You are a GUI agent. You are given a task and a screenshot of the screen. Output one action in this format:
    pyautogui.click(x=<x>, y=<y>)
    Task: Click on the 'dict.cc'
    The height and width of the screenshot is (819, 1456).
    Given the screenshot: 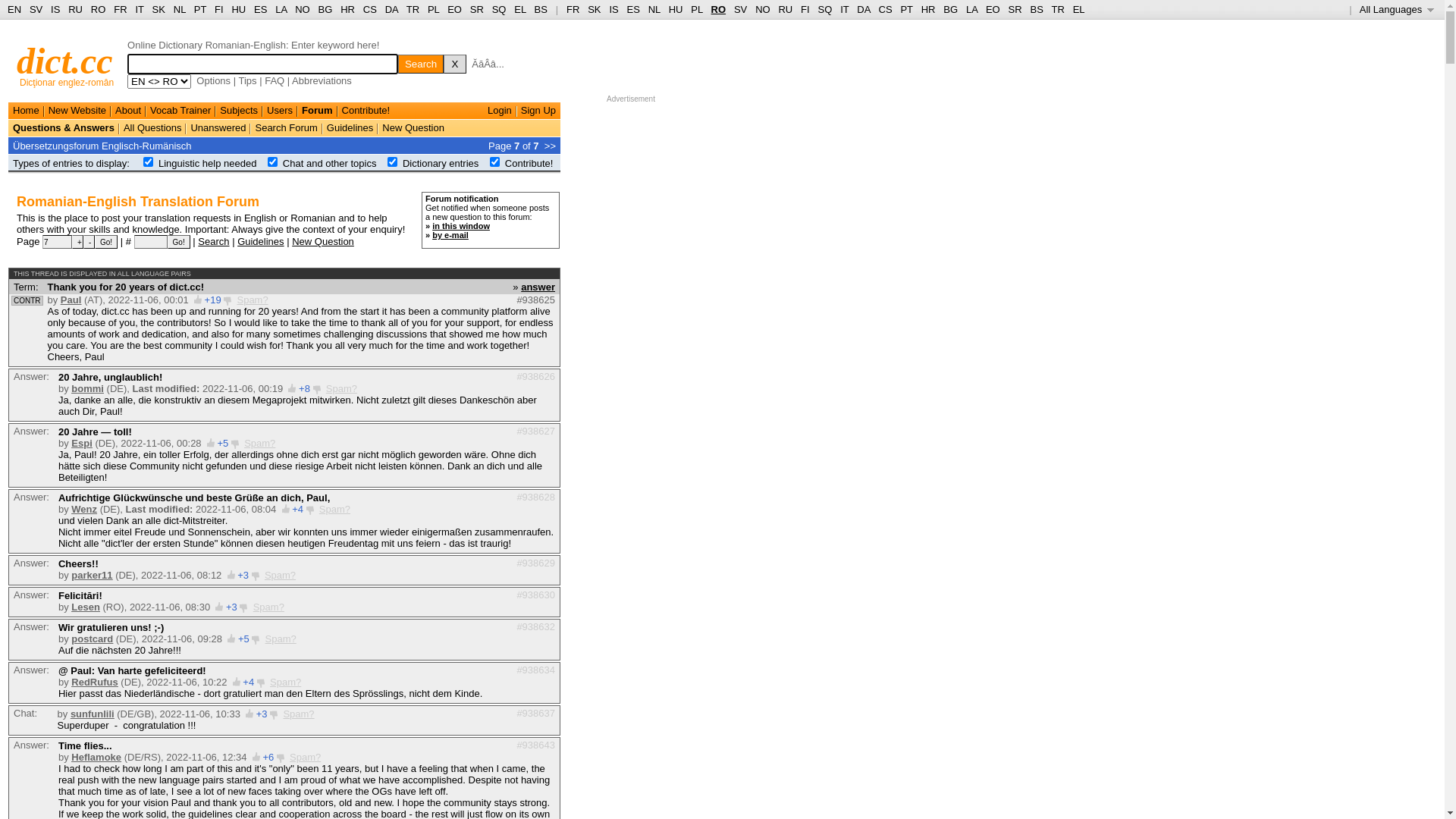 What is the action you would take?
    pyautogui.click(x=64, y=60)
    